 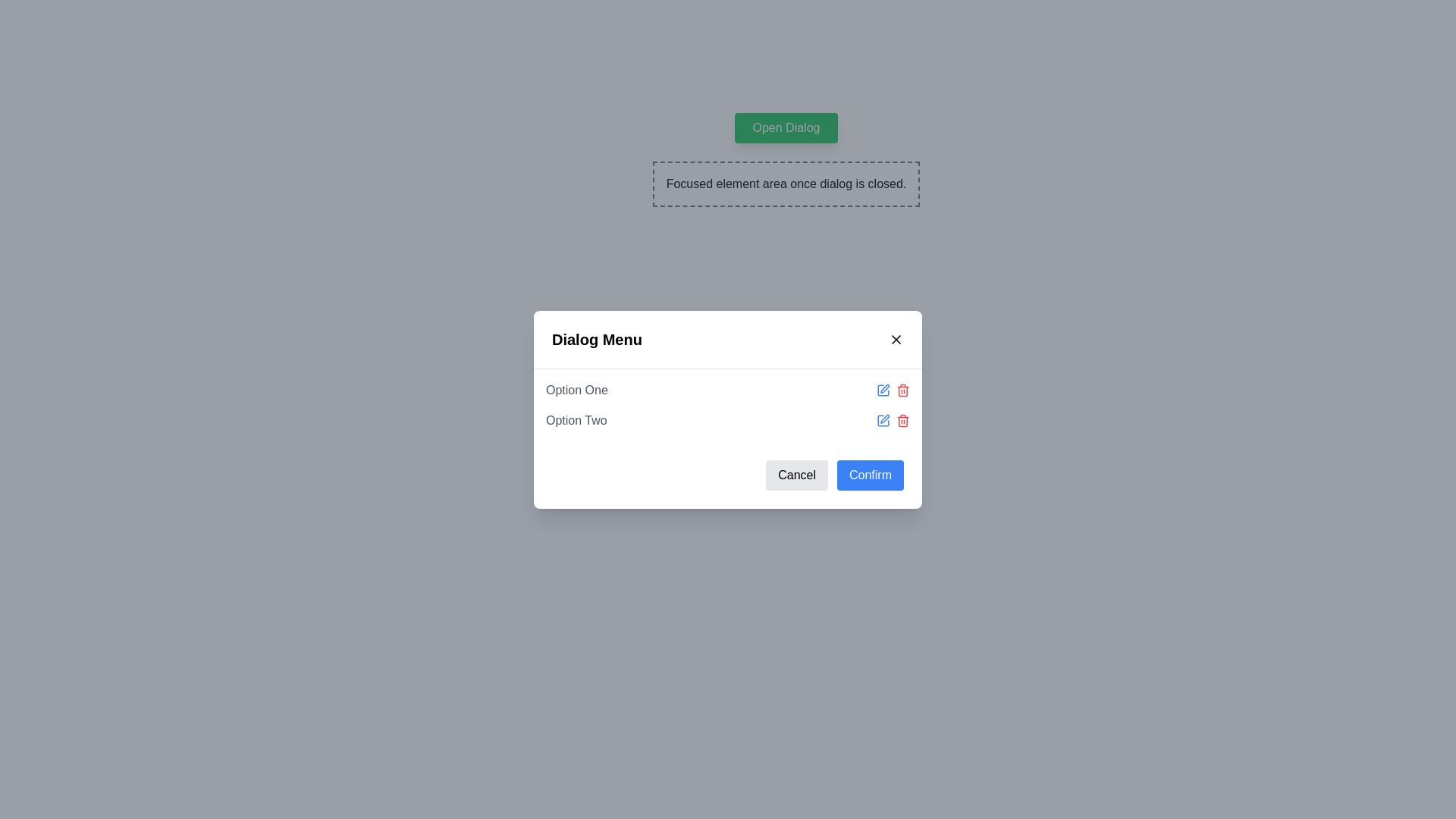 What do you see at coordinates (902, 421) in the screenshot?
I see `the main body of the trash can icon located in the 'Dialog Menu' under 'Option Two'` at bounding box center [902, 421].